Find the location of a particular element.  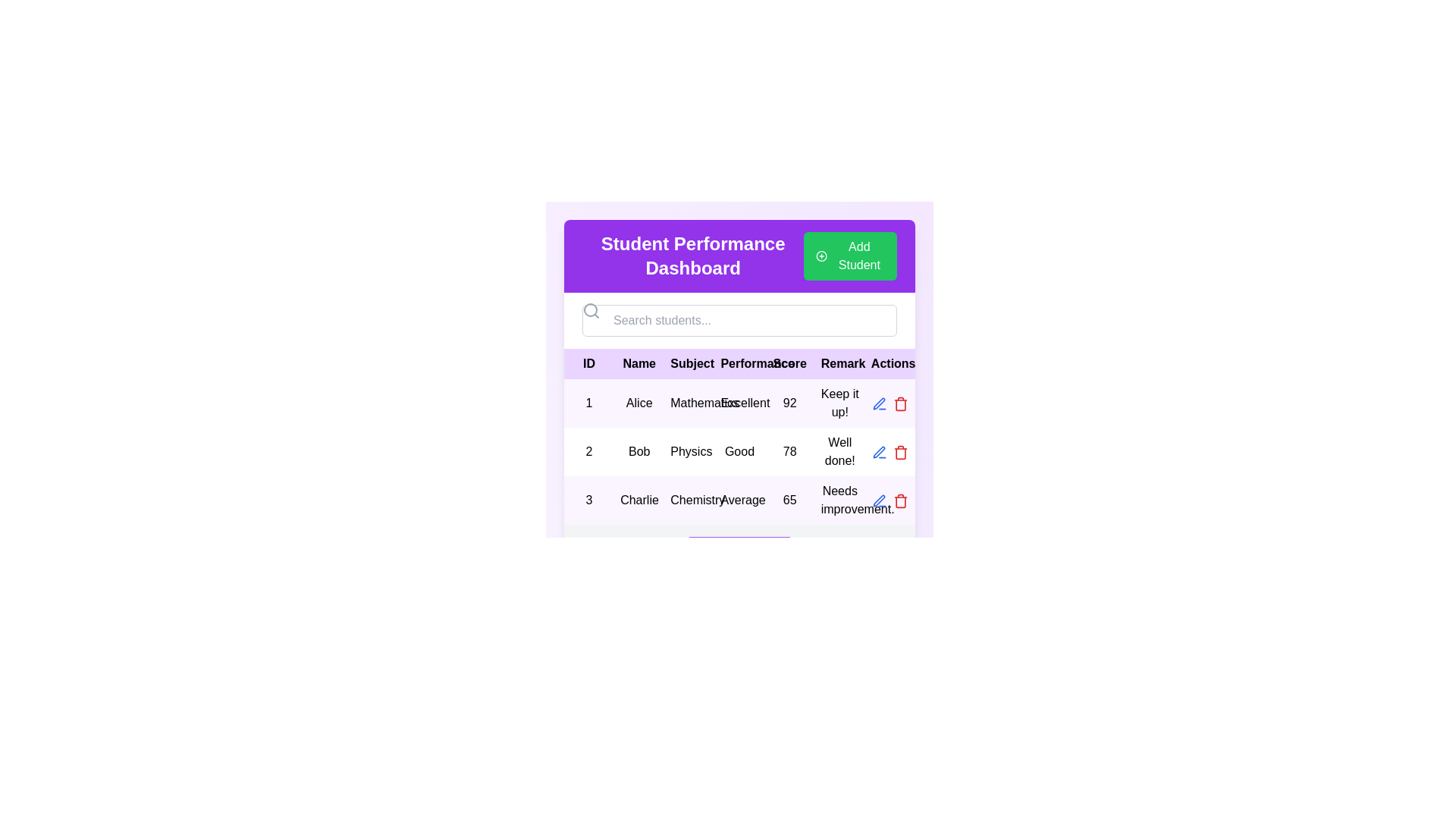

the text component that reads 'Well done!' in bold black font, located in the second row of the table in the 'Remarks' column, aligned with 'Bob' in the 'Name' column and 'Physics' in the 'Subject' column is located at coordinates (839, 451).